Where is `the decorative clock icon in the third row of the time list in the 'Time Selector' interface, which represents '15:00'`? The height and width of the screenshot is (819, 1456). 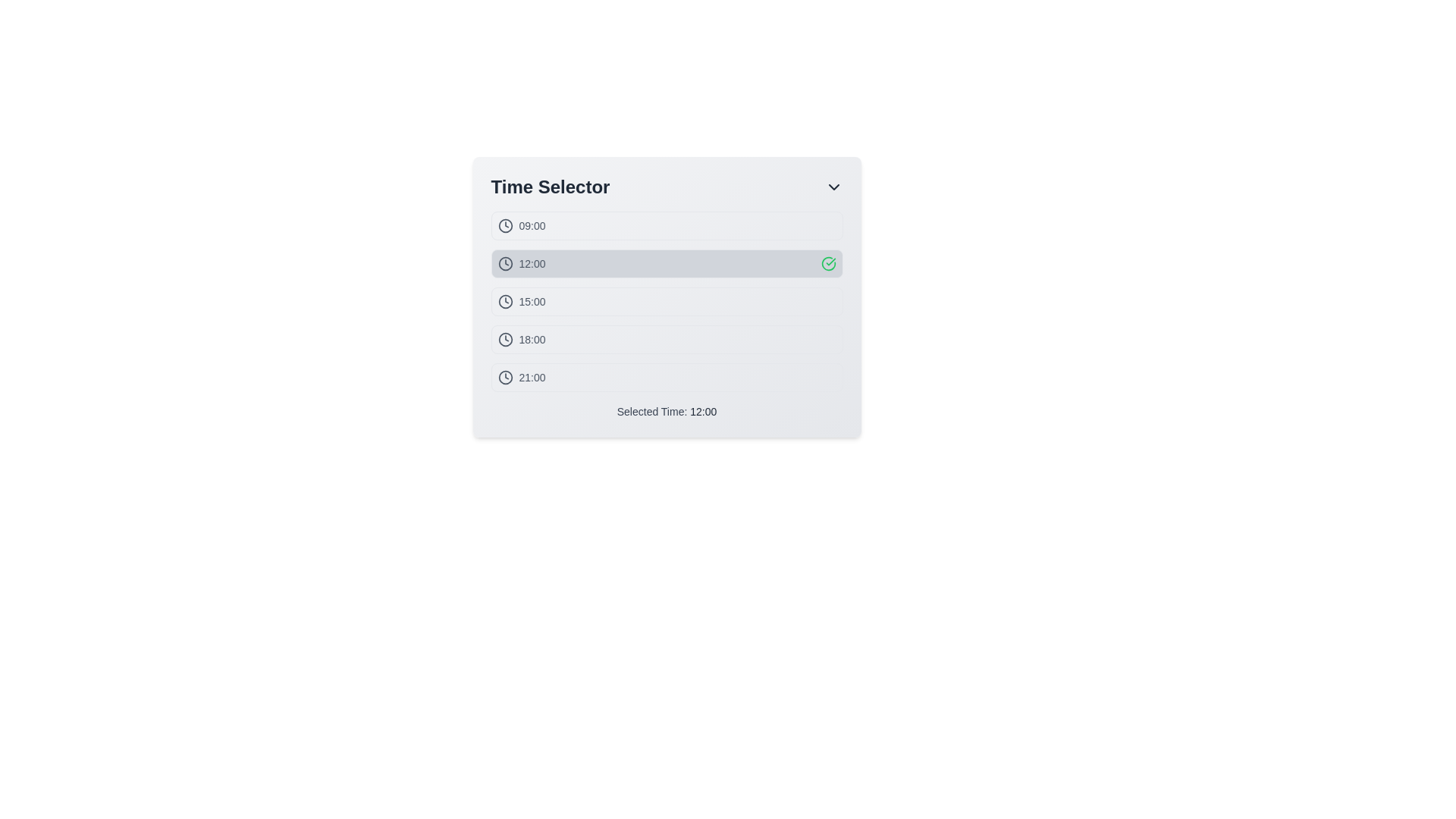
the decorative clock icon in the third row of the time list in the 'Time Selector' interface, which represents '15:00' is located at coordinates (505, 301).